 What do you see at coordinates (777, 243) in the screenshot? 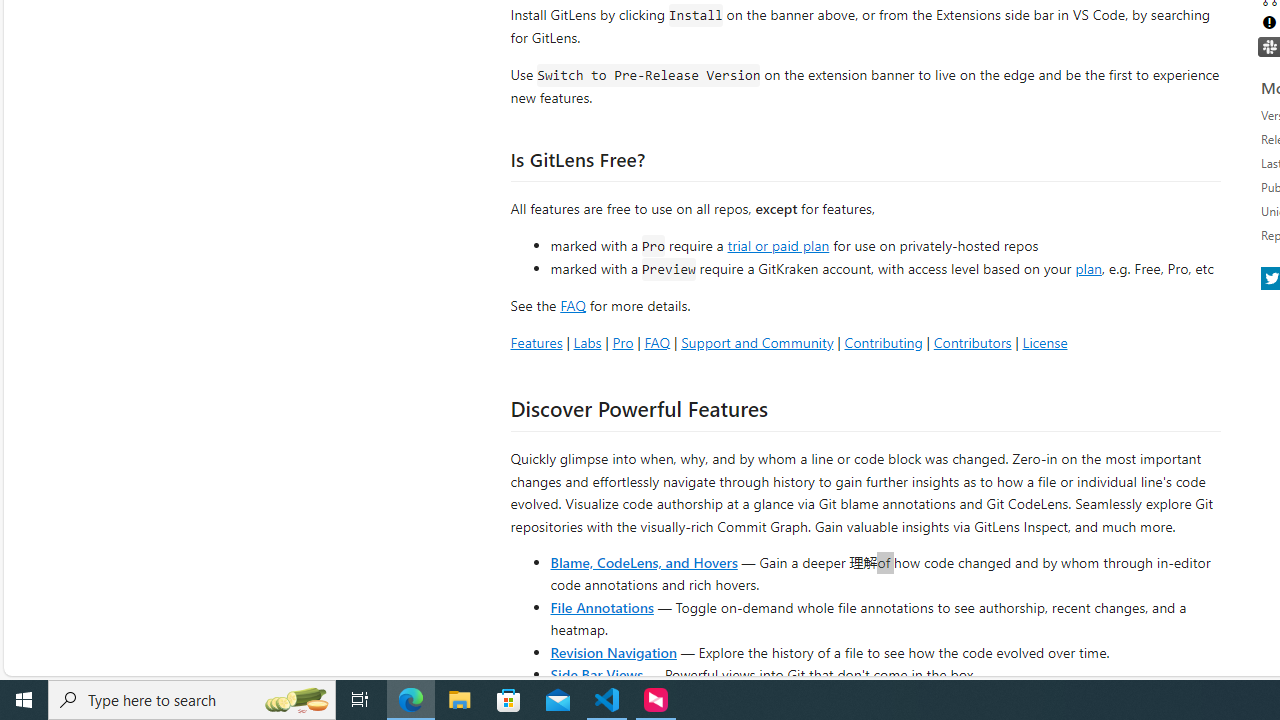
I see `'trial or paid plan'` at bounding box center [777, 243].